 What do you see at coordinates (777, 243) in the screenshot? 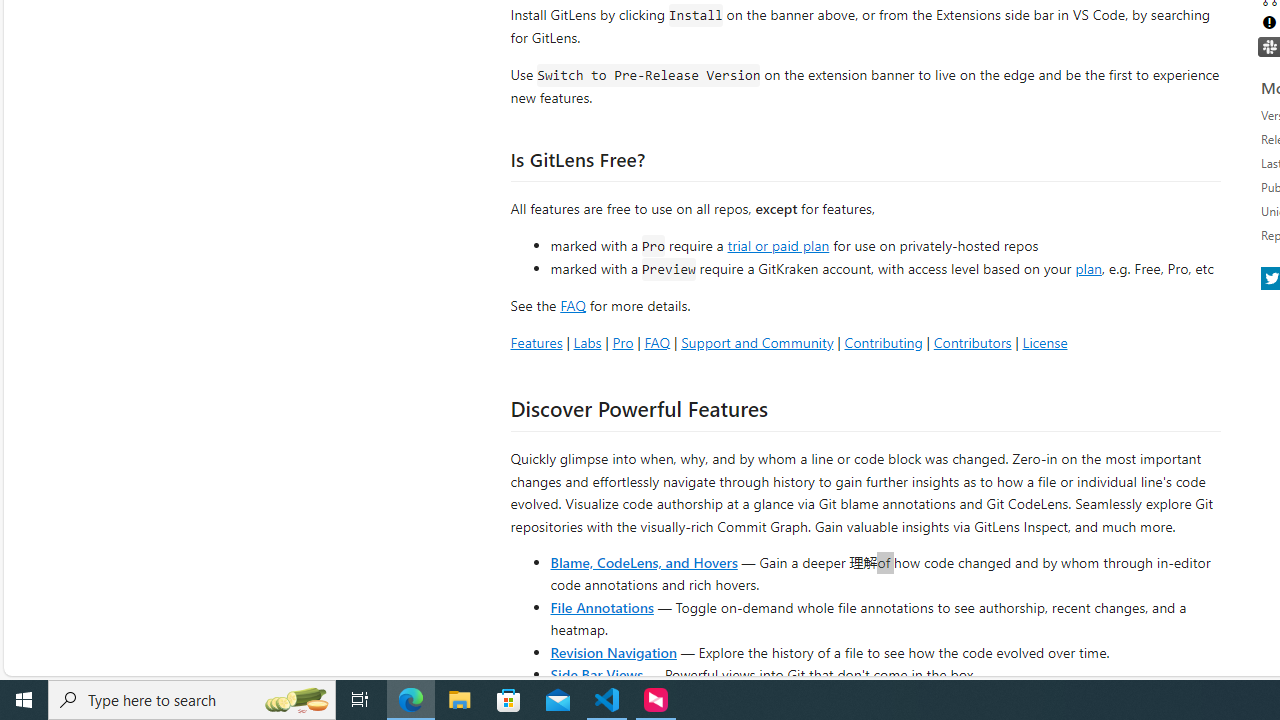
I see `'trial or paid plan'` at bounding box center [777, 243].